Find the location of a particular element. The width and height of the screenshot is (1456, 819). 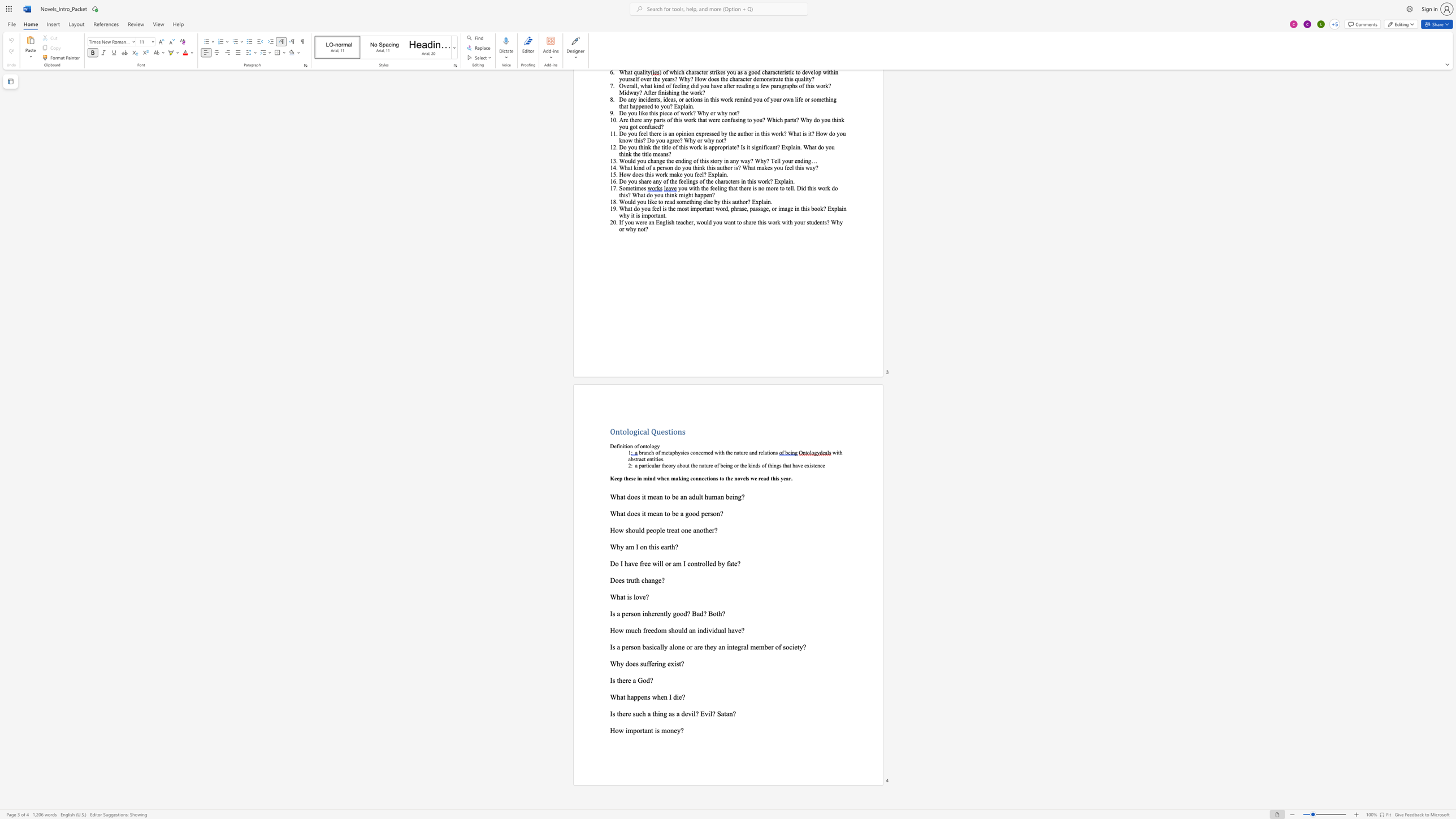

the 1th character "p" in the text is located at coordinates (647, 530).